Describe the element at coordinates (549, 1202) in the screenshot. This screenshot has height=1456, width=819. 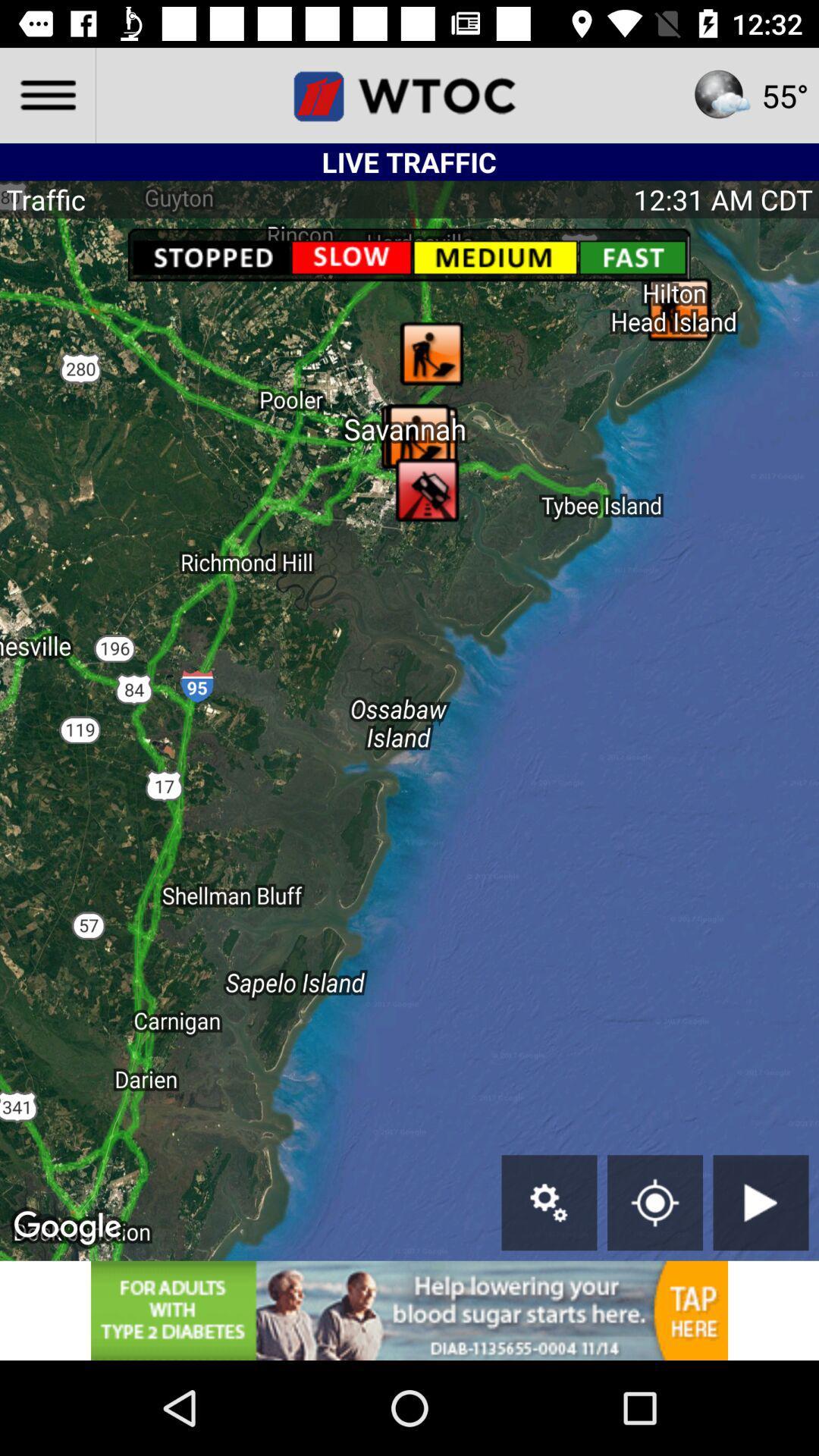
I see `the settings icon` at that location.